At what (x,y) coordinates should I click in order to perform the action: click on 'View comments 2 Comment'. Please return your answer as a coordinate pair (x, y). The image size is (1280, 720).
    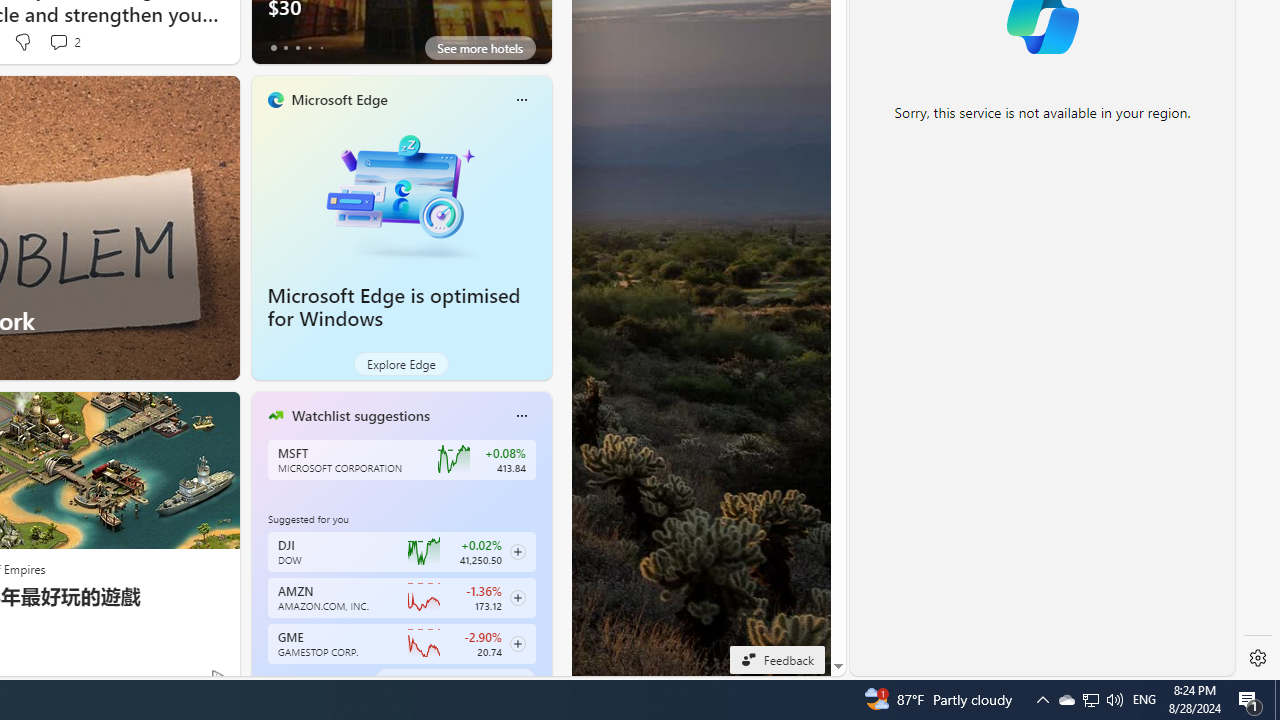
    Looking at the image, I should click on (64, 42).